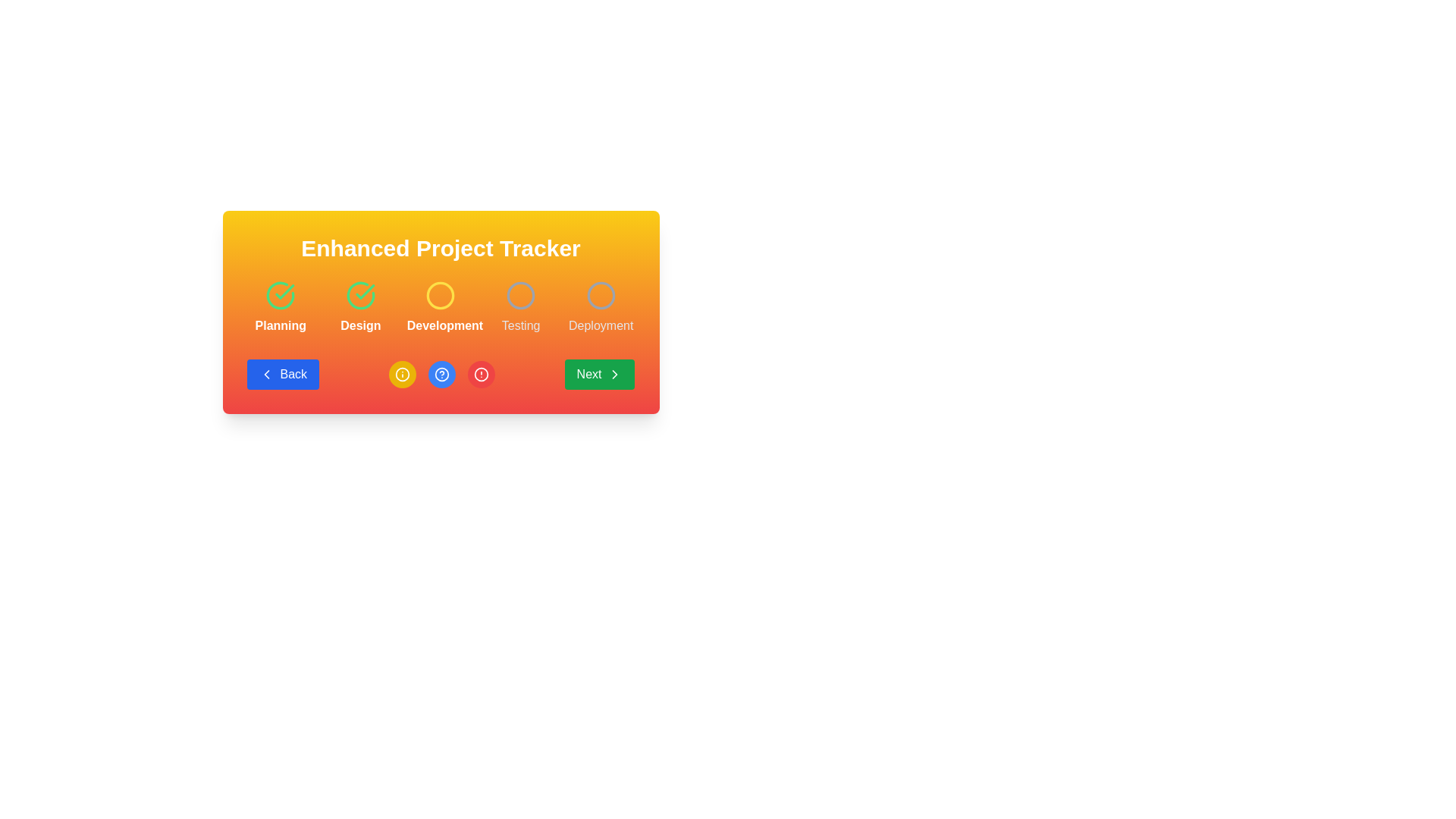  I want to click on or highlight the third circular yellow icon with a hollow center above the 'Development' label in the 'Enhanced Project Tracker' interface, so click(440, 295).